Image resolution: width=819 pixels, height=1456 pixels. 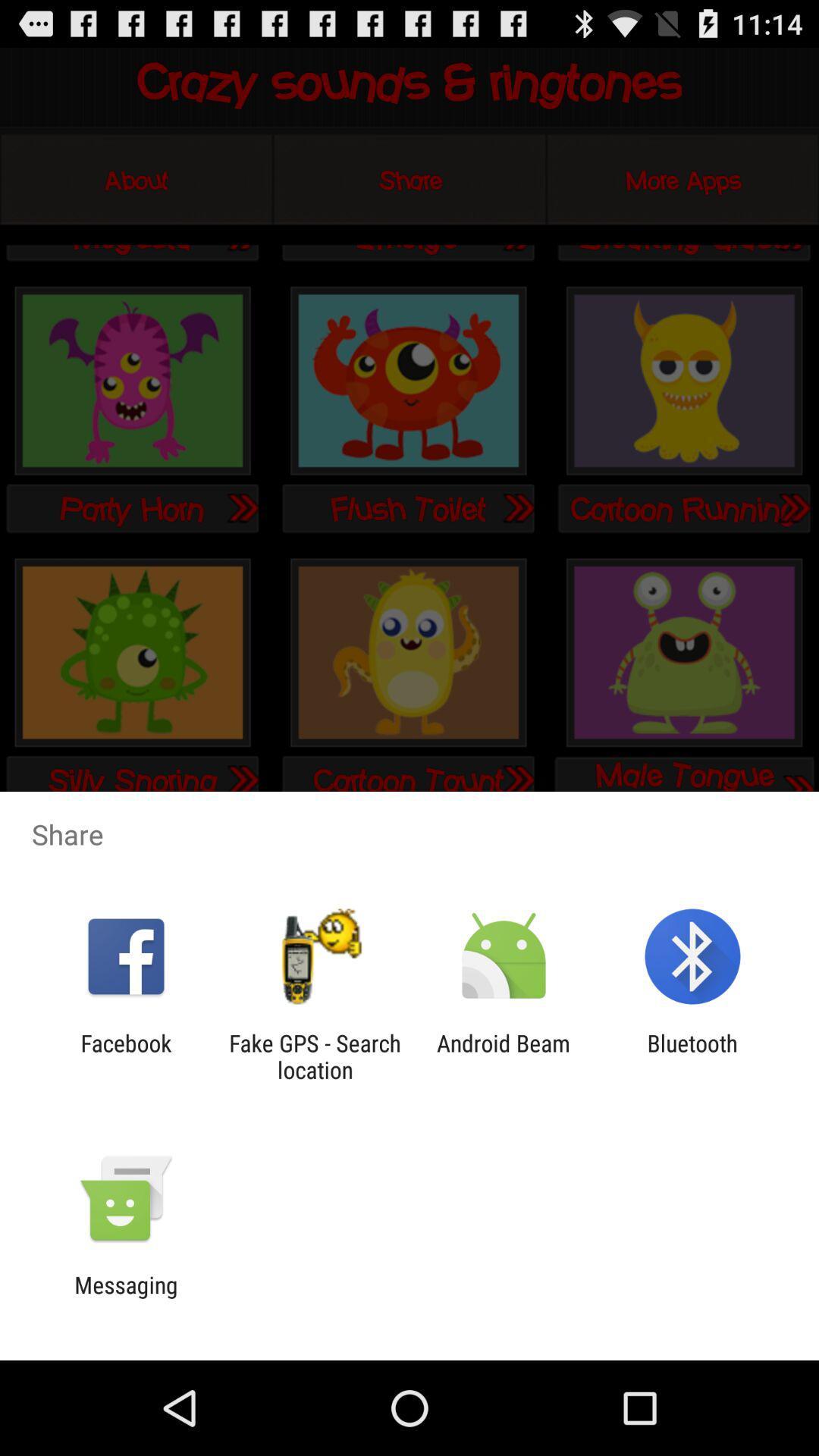 What do you see at coordinates (504, 1056) in the screenshot?
I see `the app next to bluetooth app` at bounding box center [504, 1056].